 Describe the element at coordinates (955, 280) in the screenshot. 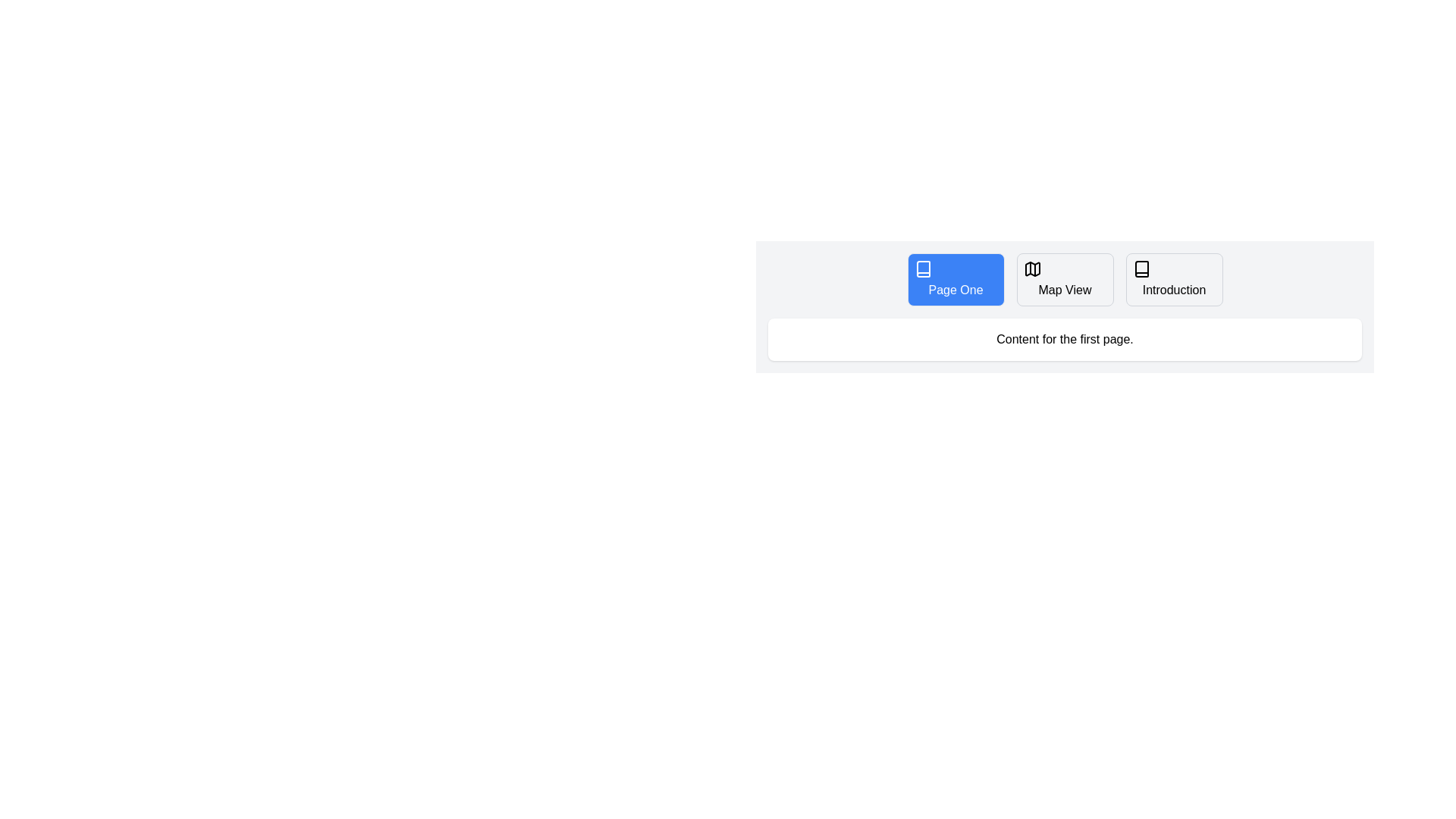

I see `the navigation button` at that location.